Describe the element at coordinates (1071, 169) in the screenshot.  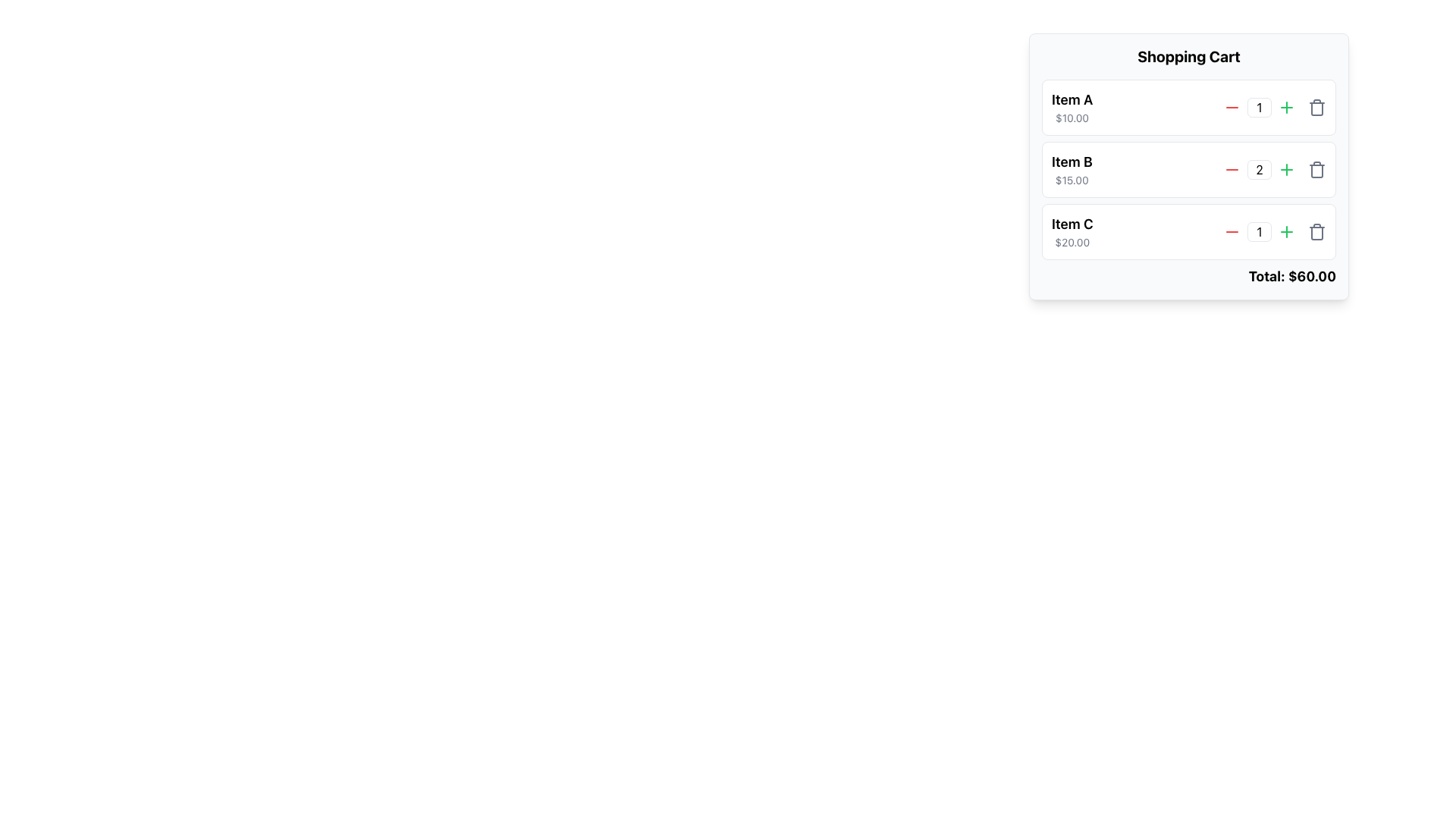
I see `the text label displaying the product information for 'Item B' priced at '$15.00' in the shopping cart interface` at that location.